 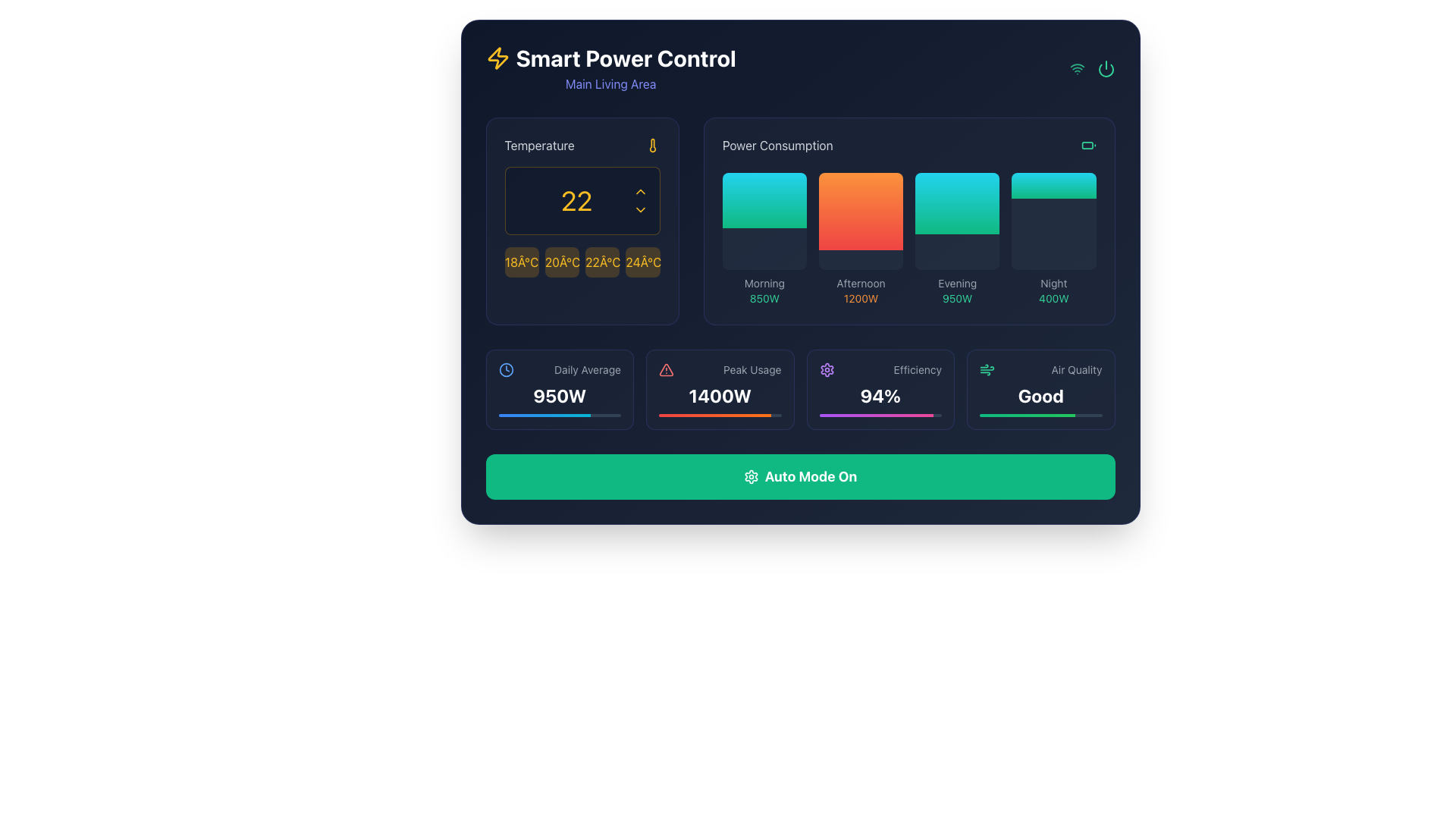 I want to click on the button that allows users, so click(x=601, y=262).